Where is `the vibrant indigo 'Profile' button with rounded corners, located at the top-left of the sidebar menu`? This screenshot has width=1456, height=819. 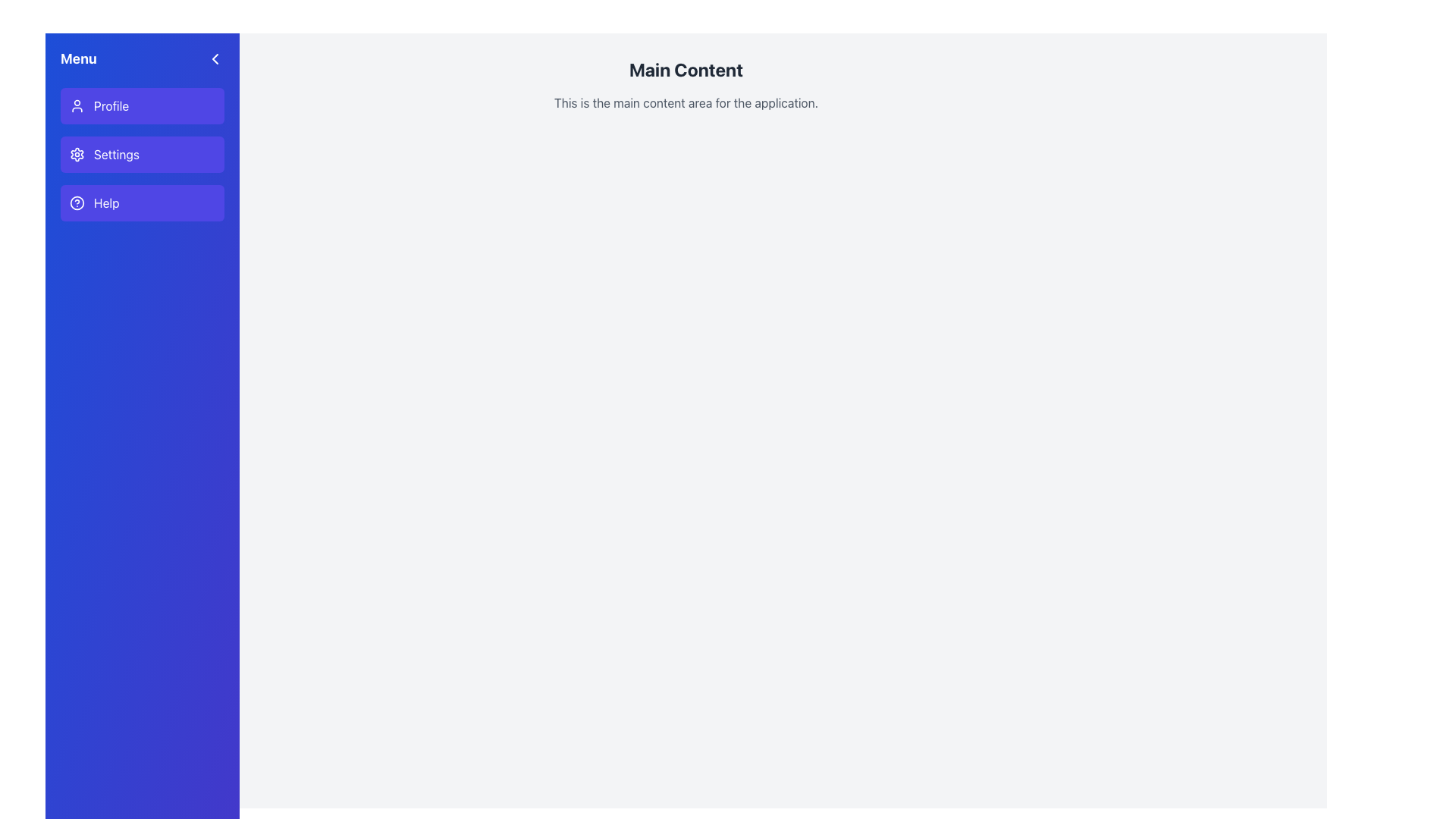 the vibrant indigo 'Profile' button with rounded corners, located at the top-left of the sidebar menu is located at coordinates (142, 105).